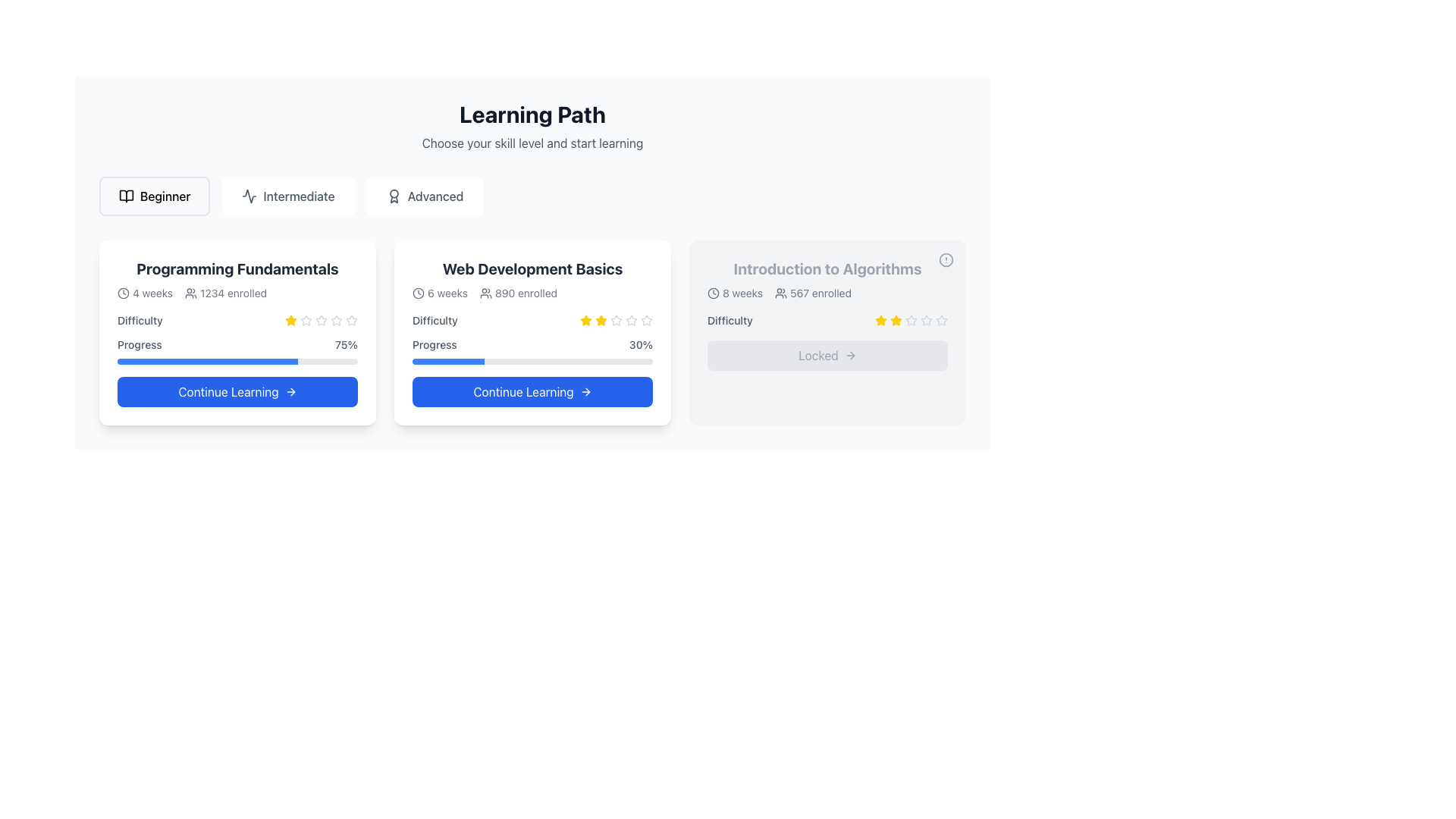 The image size is (1456, 819). What do you see at coordinates (439, 293) in the screenshot?
I see `the static text element displaying '6 weeks' with a clock icon in the top-left corner of the 'Web Development Basics' card` at bounding box center [439, 293].